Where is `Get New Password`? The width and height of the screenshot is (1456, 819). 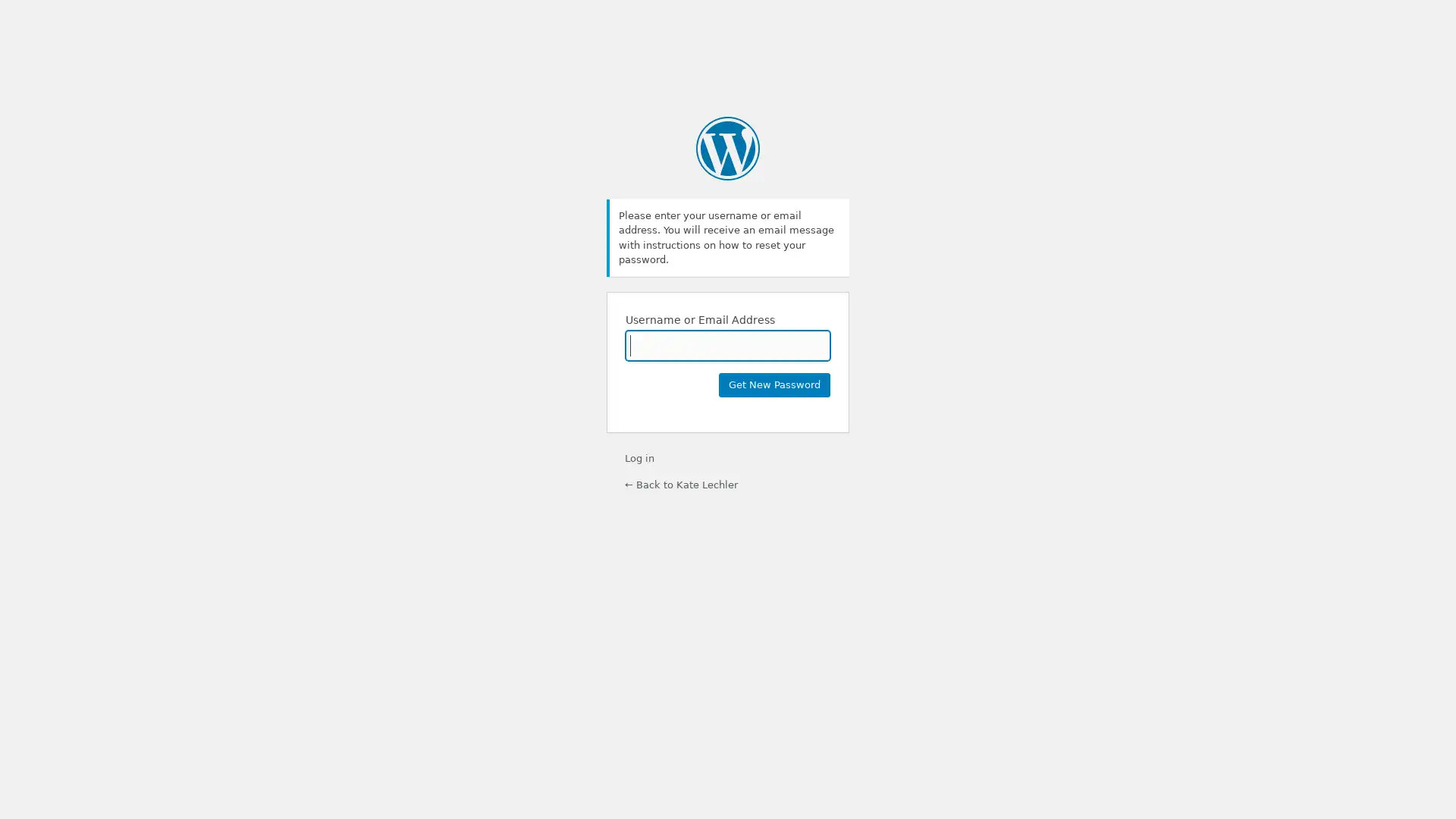 Get New Password is located at coordinates (774, 383).